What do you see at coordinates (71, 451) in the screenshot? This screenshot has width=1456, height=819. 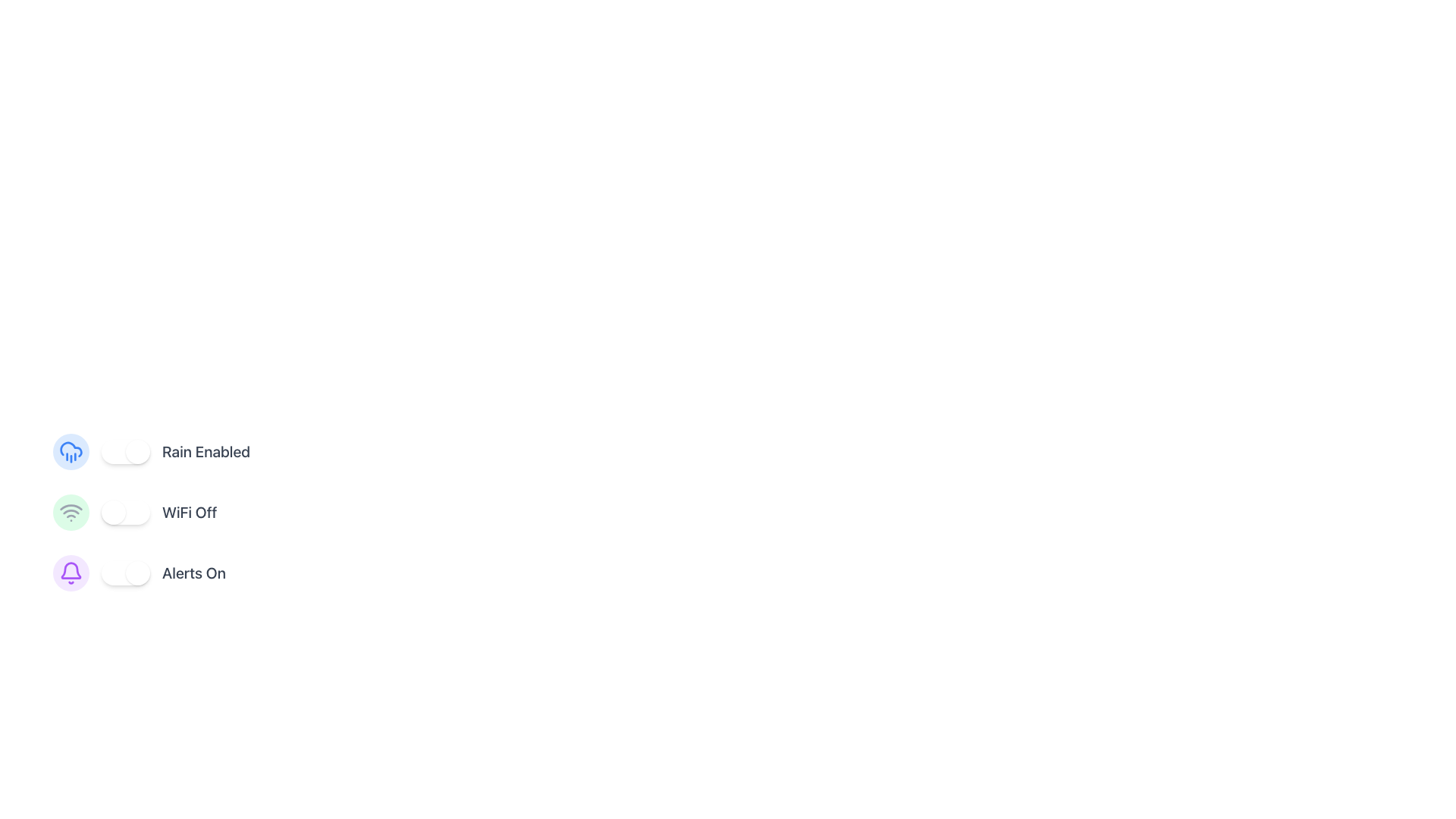 I see `the decorative graphical icon indicating 'Rain Enabled', which is the first in a vertical alignment of icons above 'WiFi Off' and 'Alerts On'` at bounding box center [71, 451].